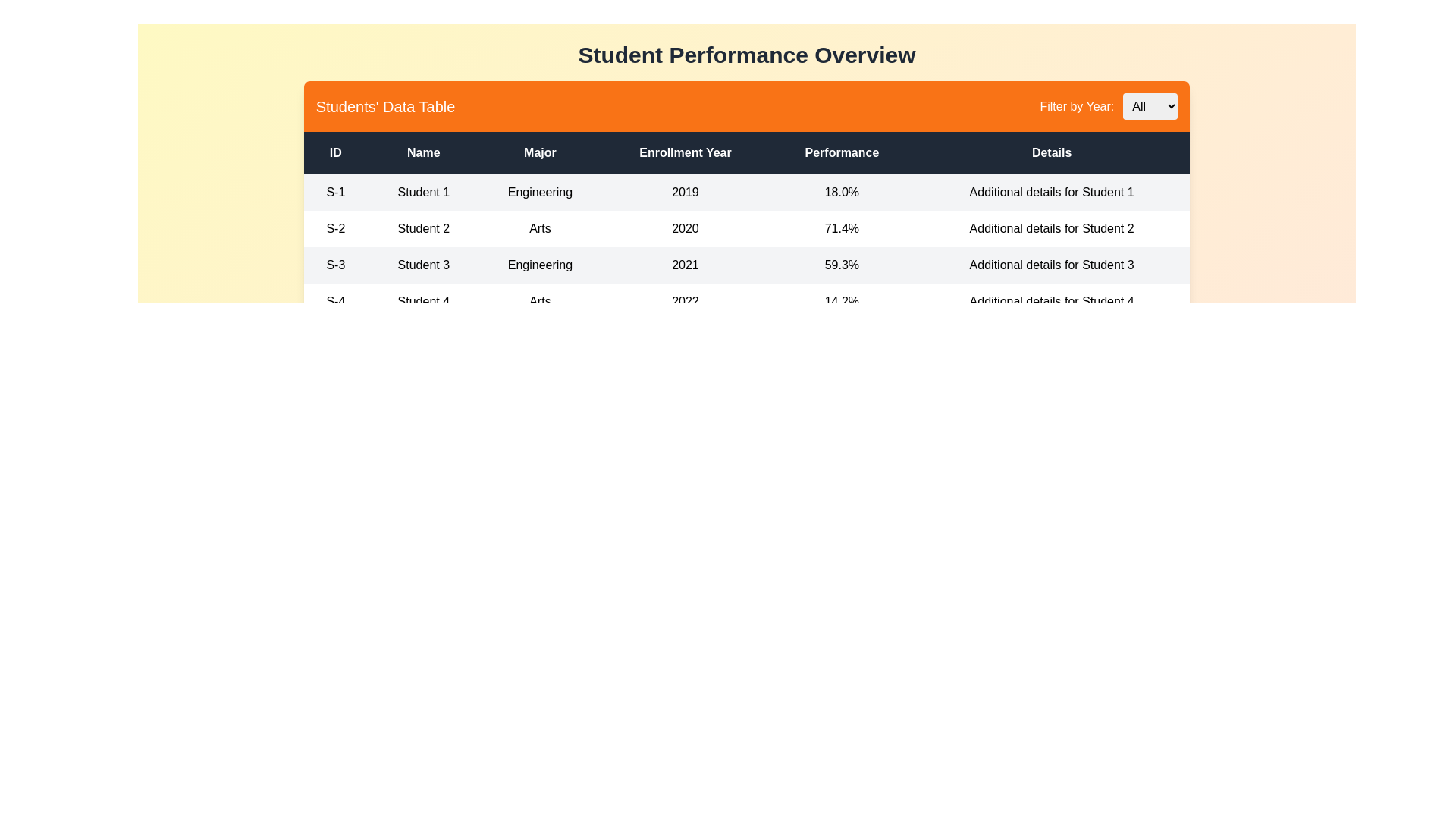 This screenshot has width=1456, height=819. What do you see at coordinates (540, 152) in the screenshot?
I see `the column header Major to sort the table by that column` at bounding box center [540, 152].